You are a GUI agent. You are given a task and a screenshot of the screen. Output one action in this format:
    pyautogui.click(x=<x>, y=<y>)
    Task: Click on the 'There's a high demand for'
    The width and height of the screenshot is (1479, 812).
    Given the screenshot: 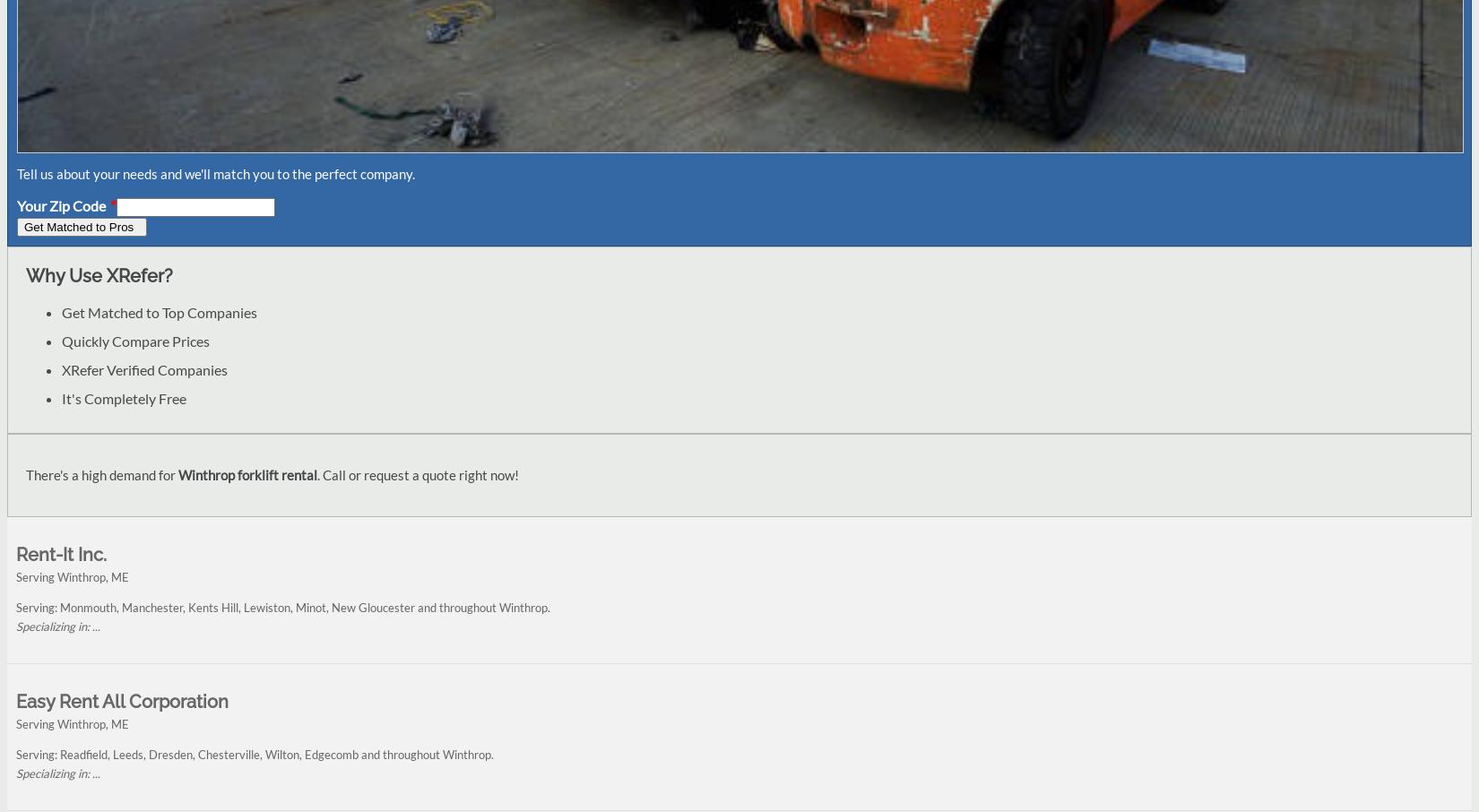 What is the action you would take?
    pyautogui.click(x=102, y=475)
    